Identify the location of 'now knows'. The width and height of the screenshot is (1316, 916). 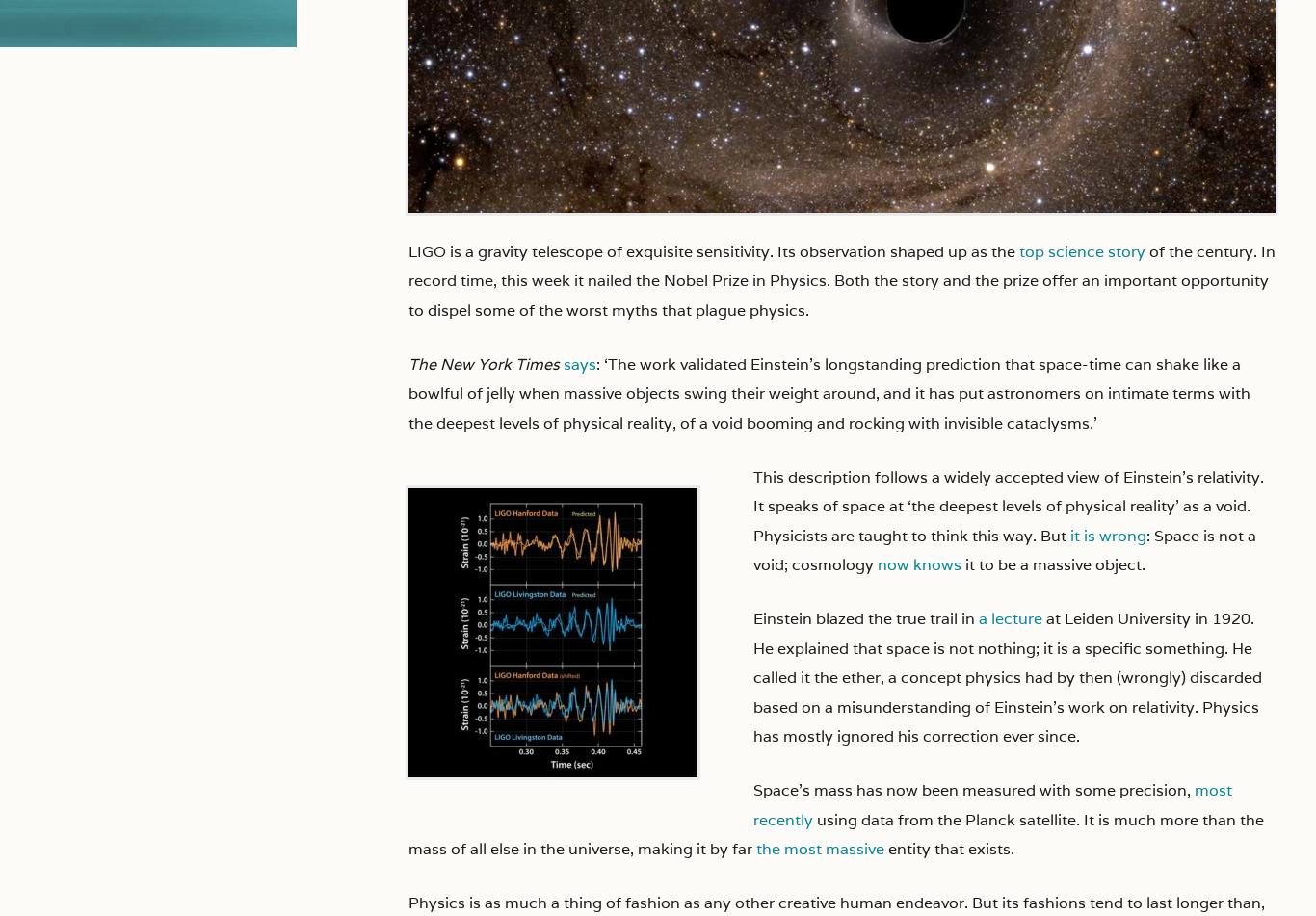
(919, 563).